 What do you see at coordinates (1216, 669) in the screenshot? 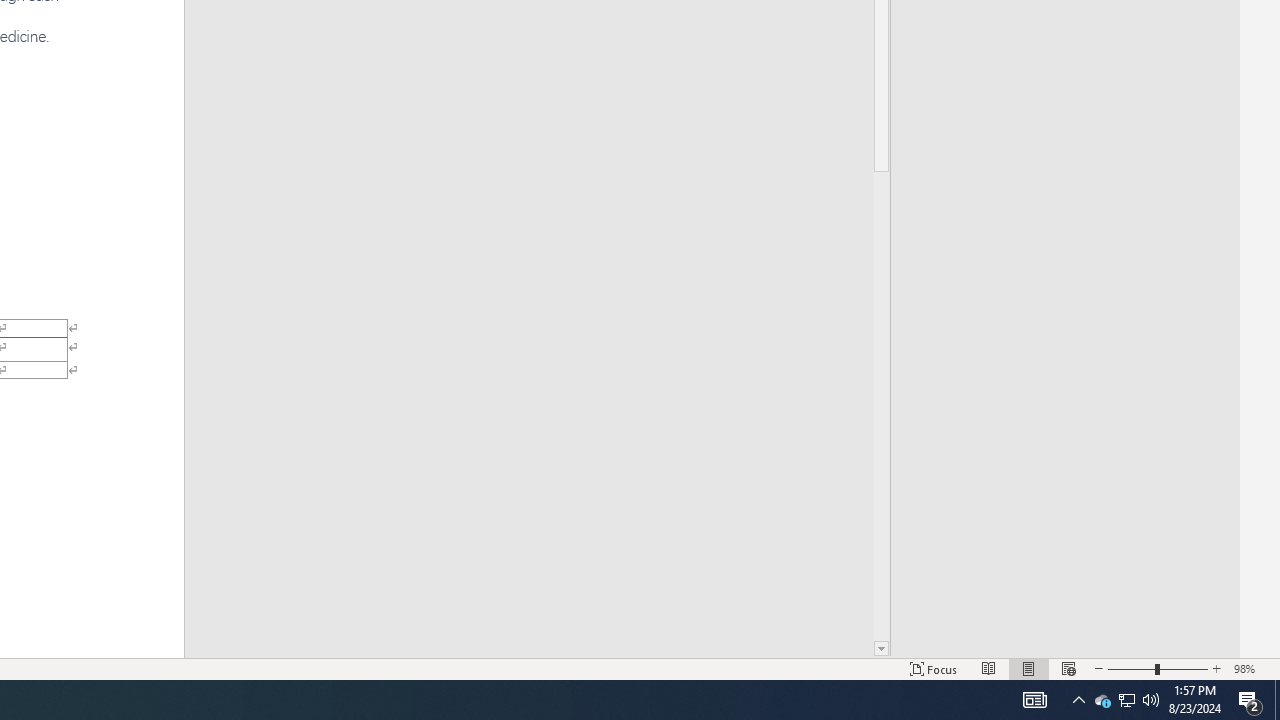
I see `'Zoom In'` at bounding box center [1216, 669].